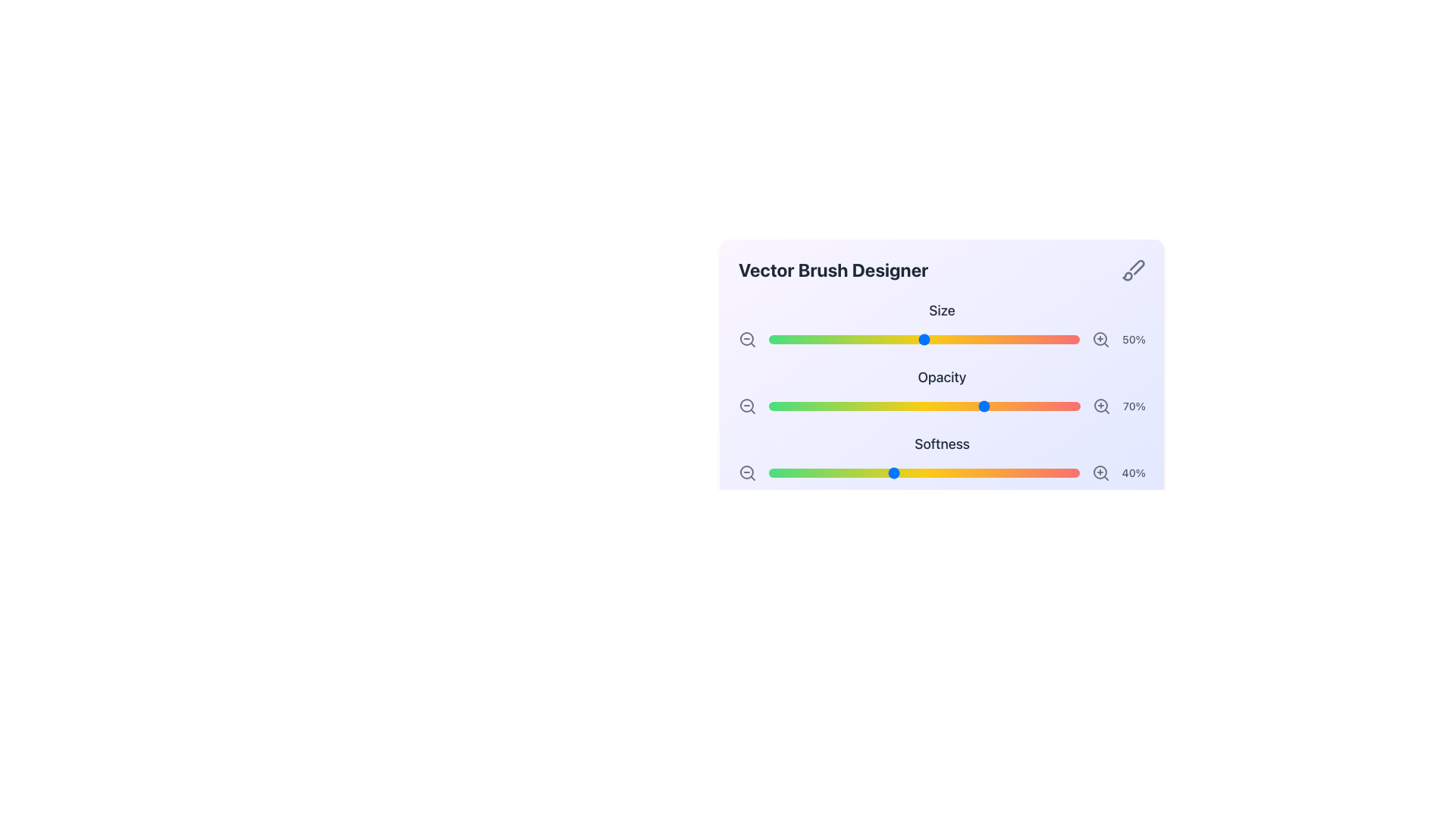  What do you see at coordinates (1044, 472) in the screenshot?
I see `softness` at bounding box center [1044, 472].